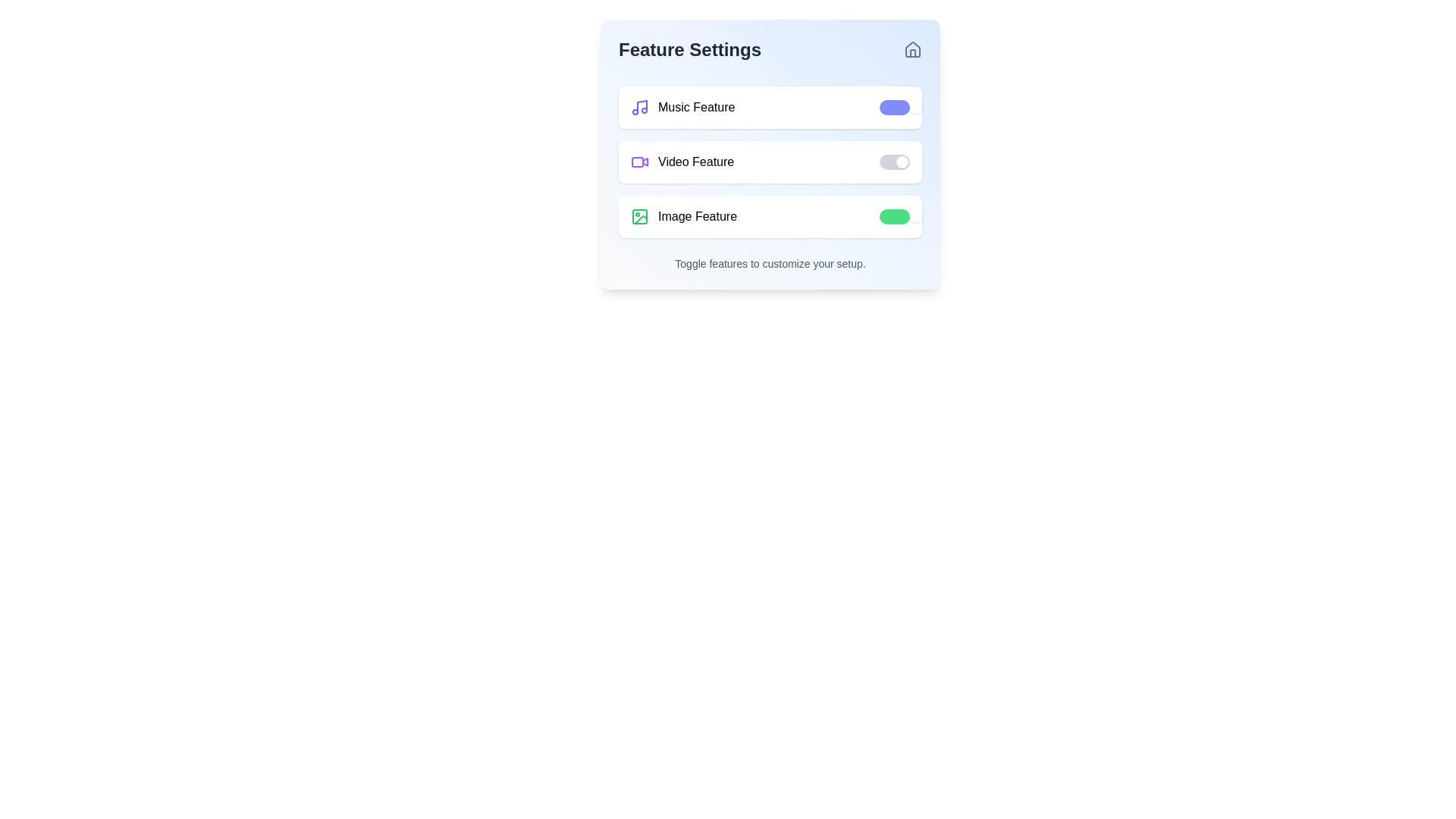 The width and height of the screenshot is (1456, 819). What do you see at coordinates (895, 162) in the screenshot?
I see `the toggle switch located on the right side of the 'Video Feature' row within the 'Feature Settings' section to change its state` at bounding box center [895, 162].